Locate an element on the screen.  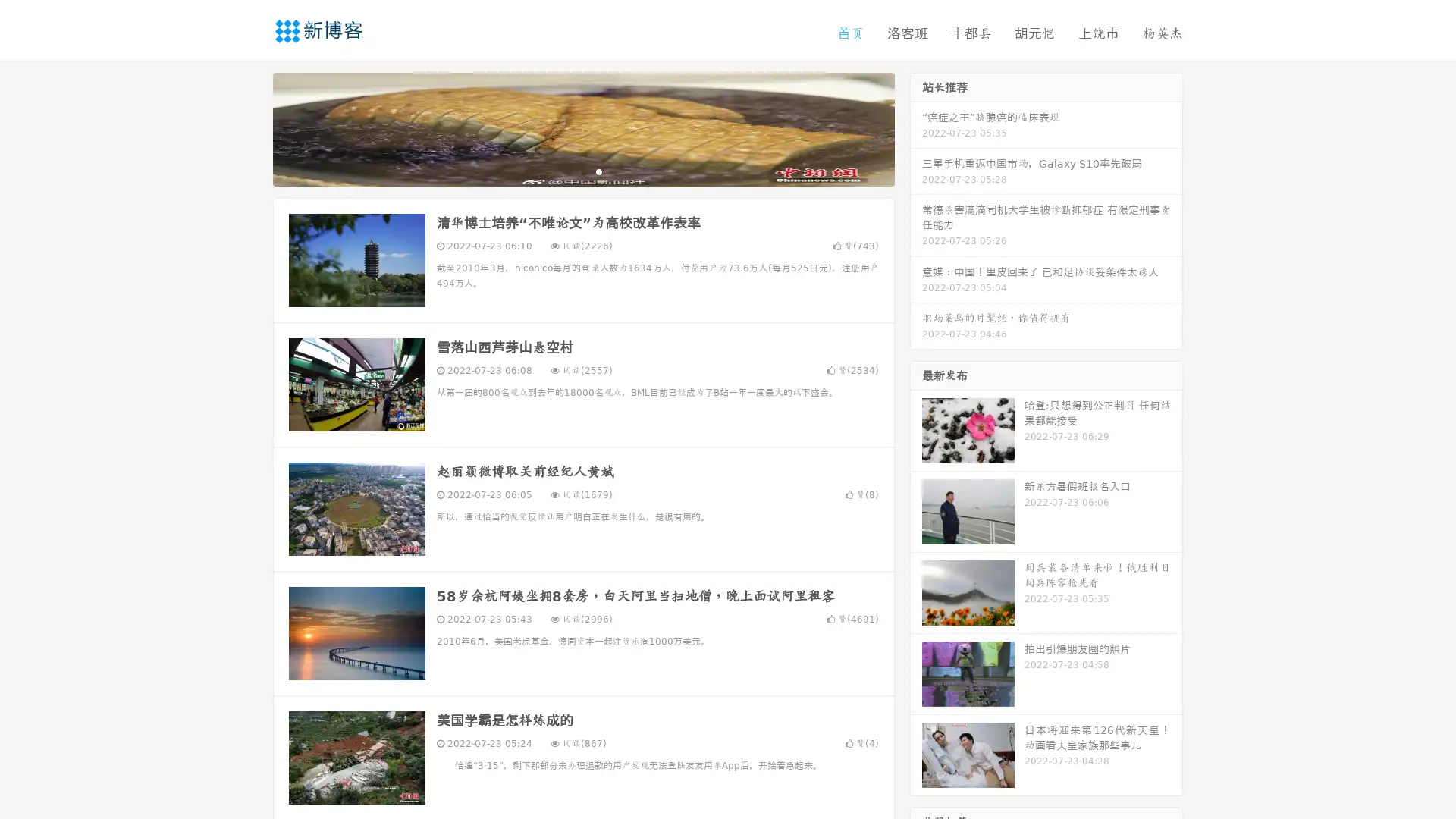
Previous slide is located at coordinates (250, 127).